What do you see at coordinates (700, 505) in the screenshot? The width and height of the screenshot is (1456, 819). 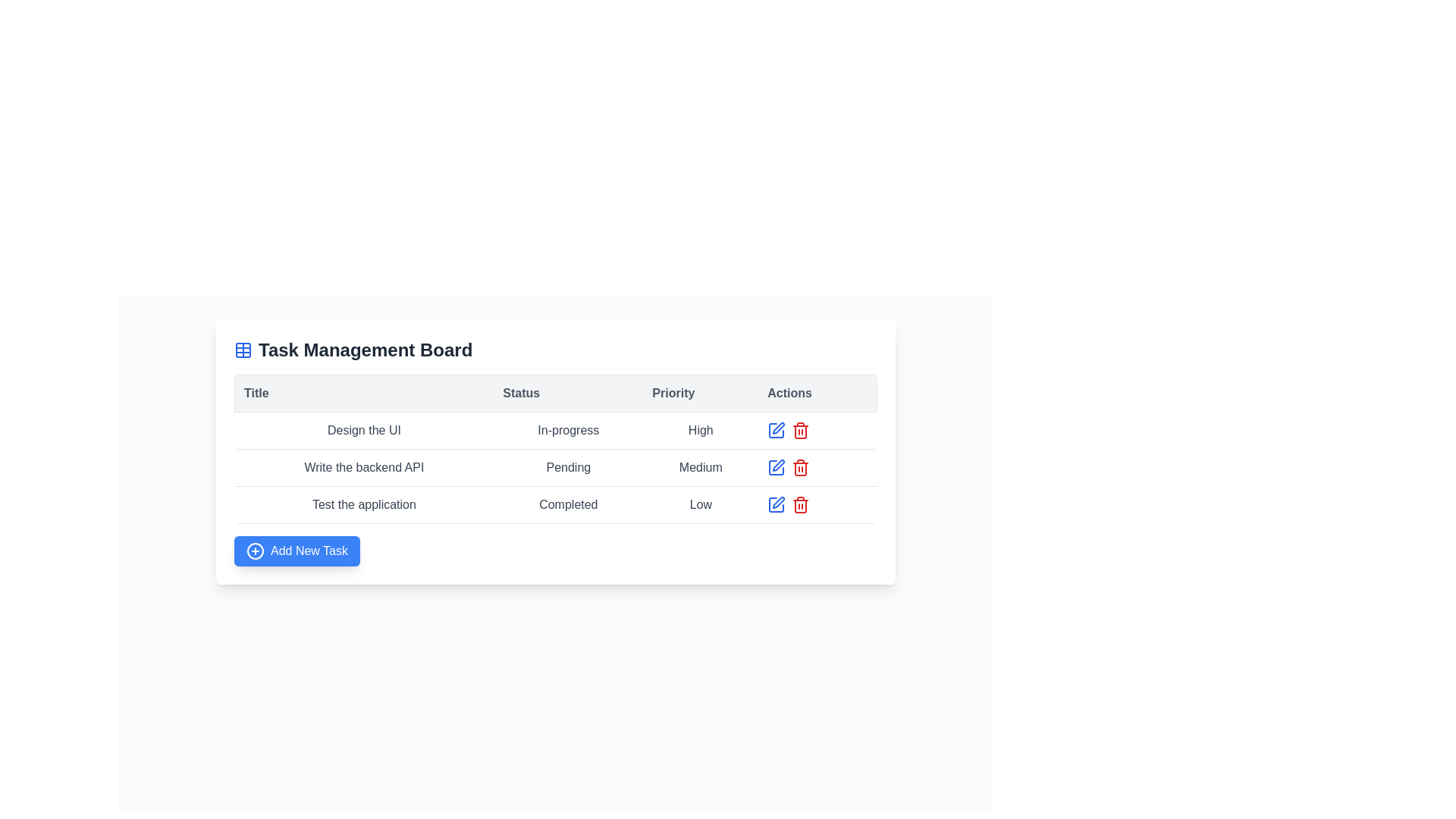 I see `text 'Low' from the Text label in the 'Priority' column of the task management board, which is the third item in that column and aligned under the 'Test the application' task row` at bounding box center [700, 505].